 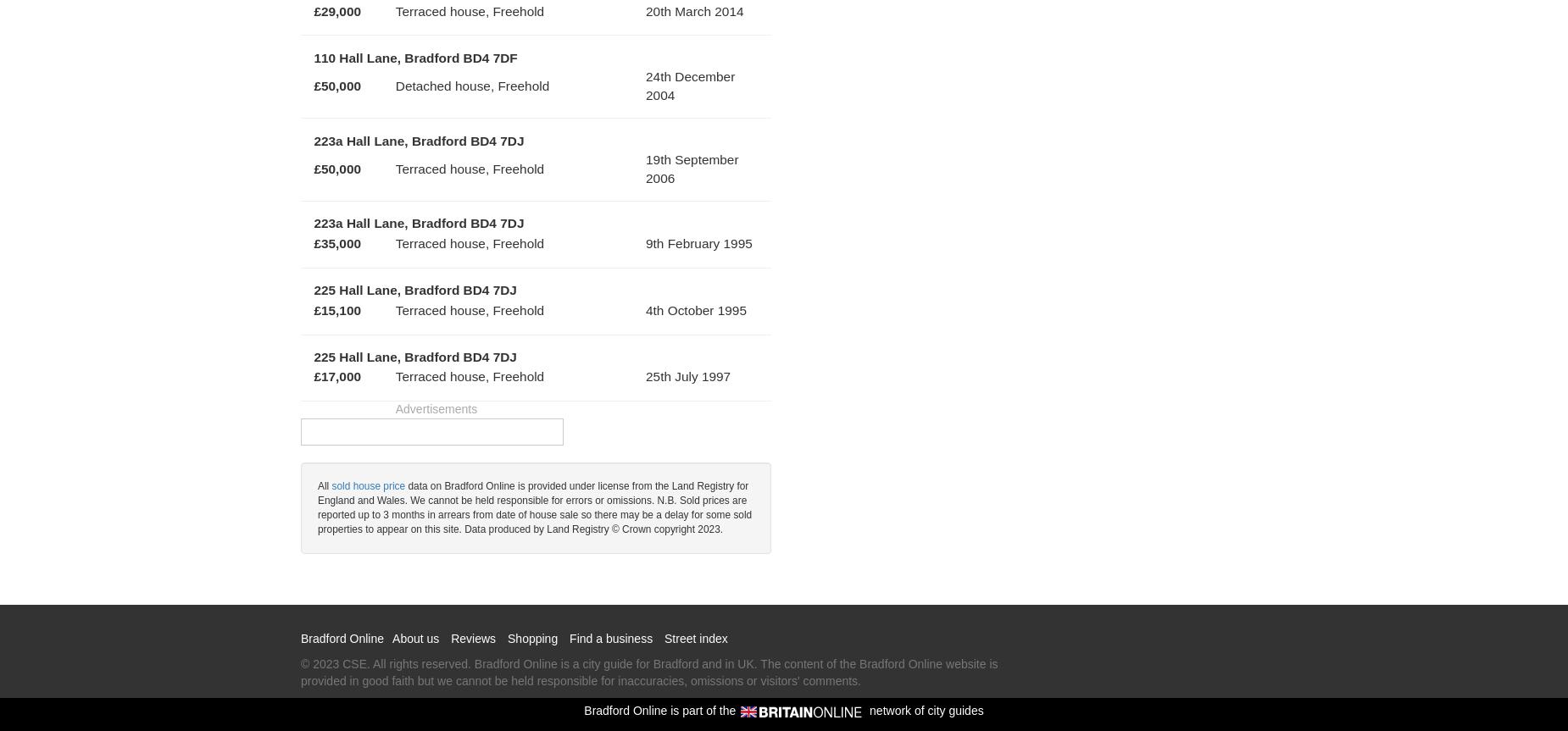 What do you see at coordinates (646, 10) in the screenshot?
I see `'20th March 2014'` at bounding box center [646, 10].